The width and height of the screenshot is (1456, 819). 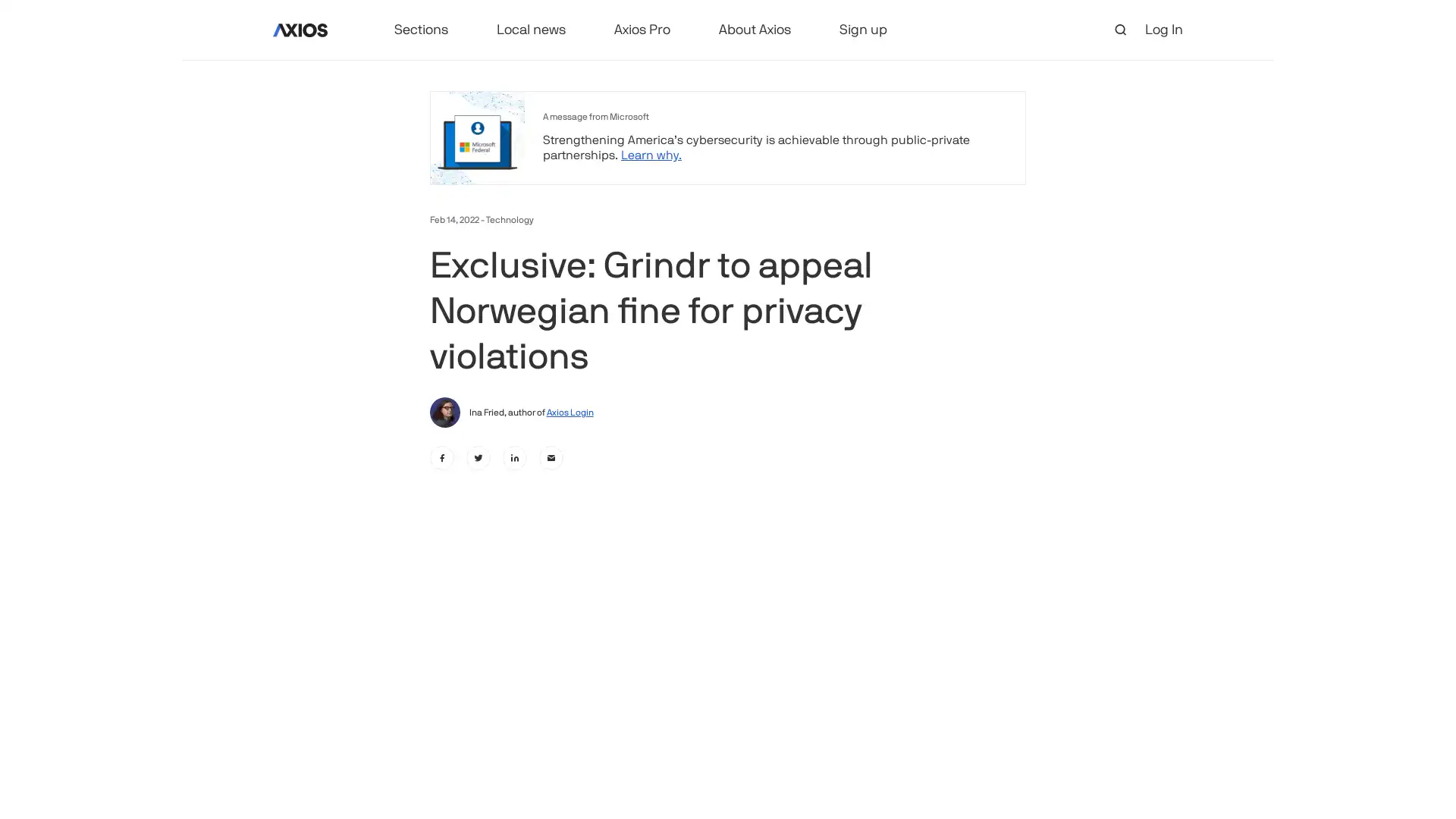 What do you see at coordinates (440, 457) in the screenshot?
I see `facebook` at bounding box center [440, 457].